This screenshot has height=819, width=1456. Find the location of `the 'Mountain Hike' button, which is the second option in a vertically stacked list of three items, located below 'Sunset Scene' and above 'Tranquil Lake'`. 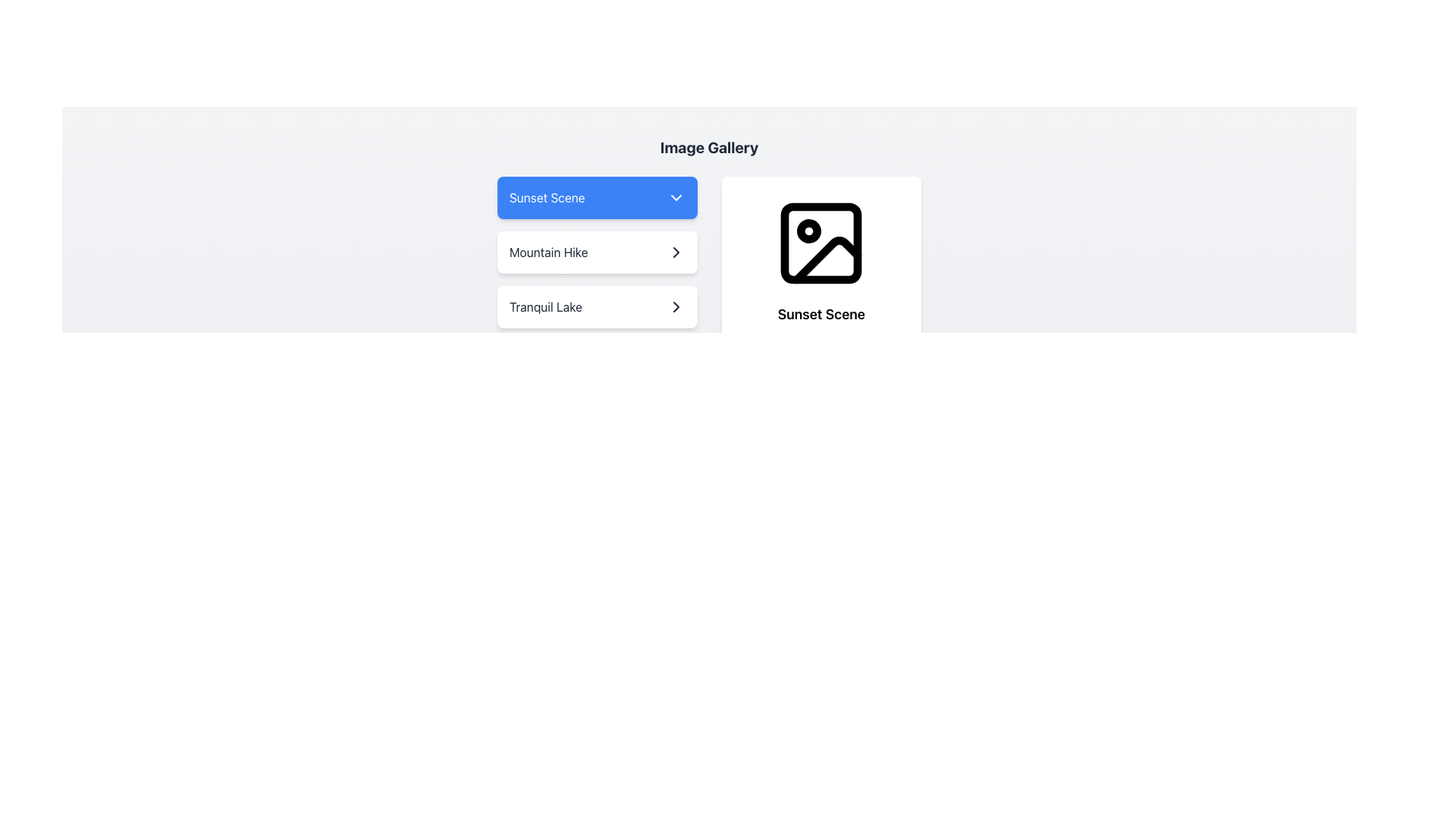

the 'Mountain Hike' button, which is the second option in a vertically stacked list of three items, located below 'Sunset Scene' and above 'Tranquil Lake' is located at coordinates (596, 251).